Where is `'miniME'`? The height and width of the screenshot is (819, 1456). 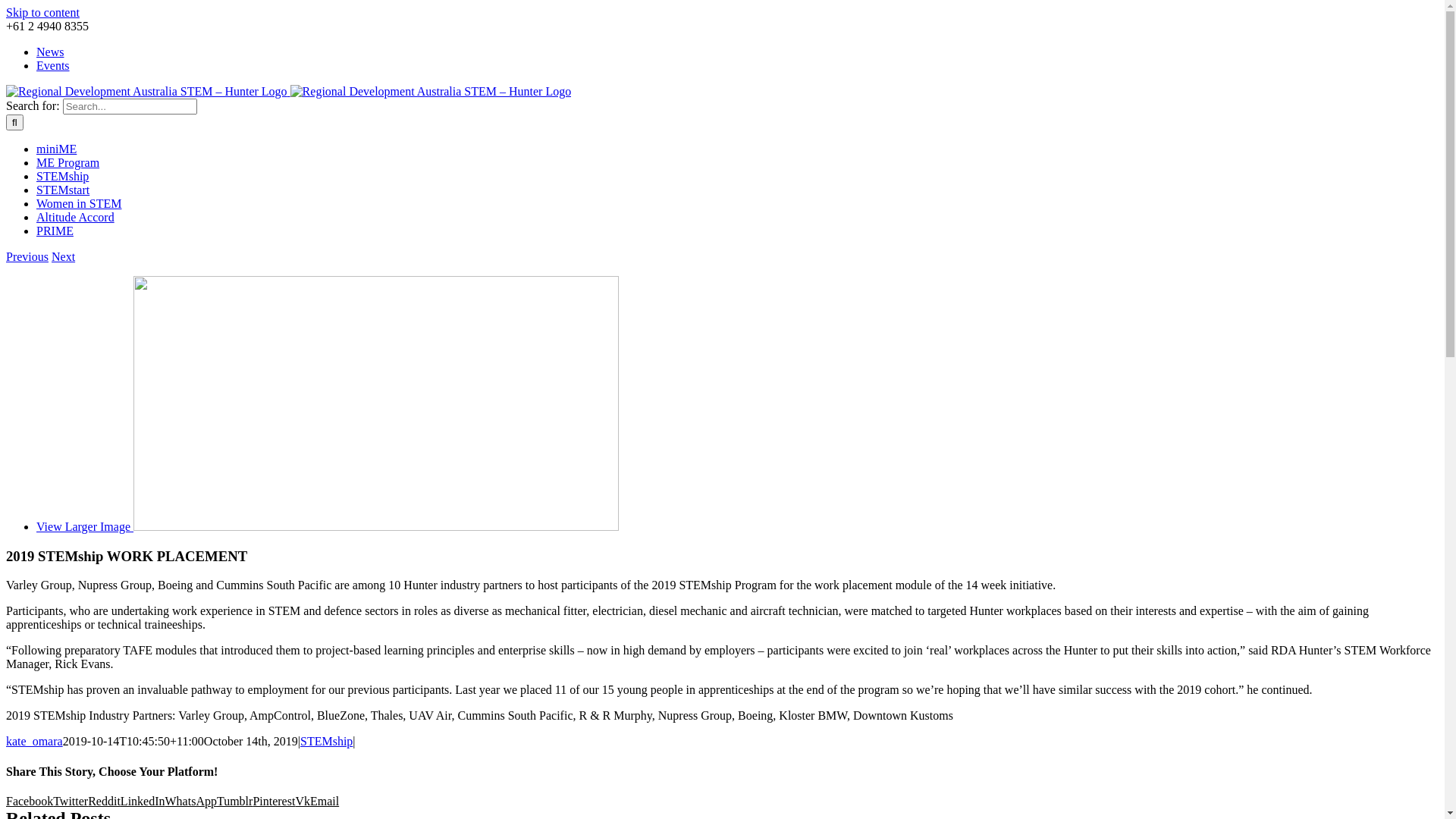 'miniME' is located at coordinates (36, 149).